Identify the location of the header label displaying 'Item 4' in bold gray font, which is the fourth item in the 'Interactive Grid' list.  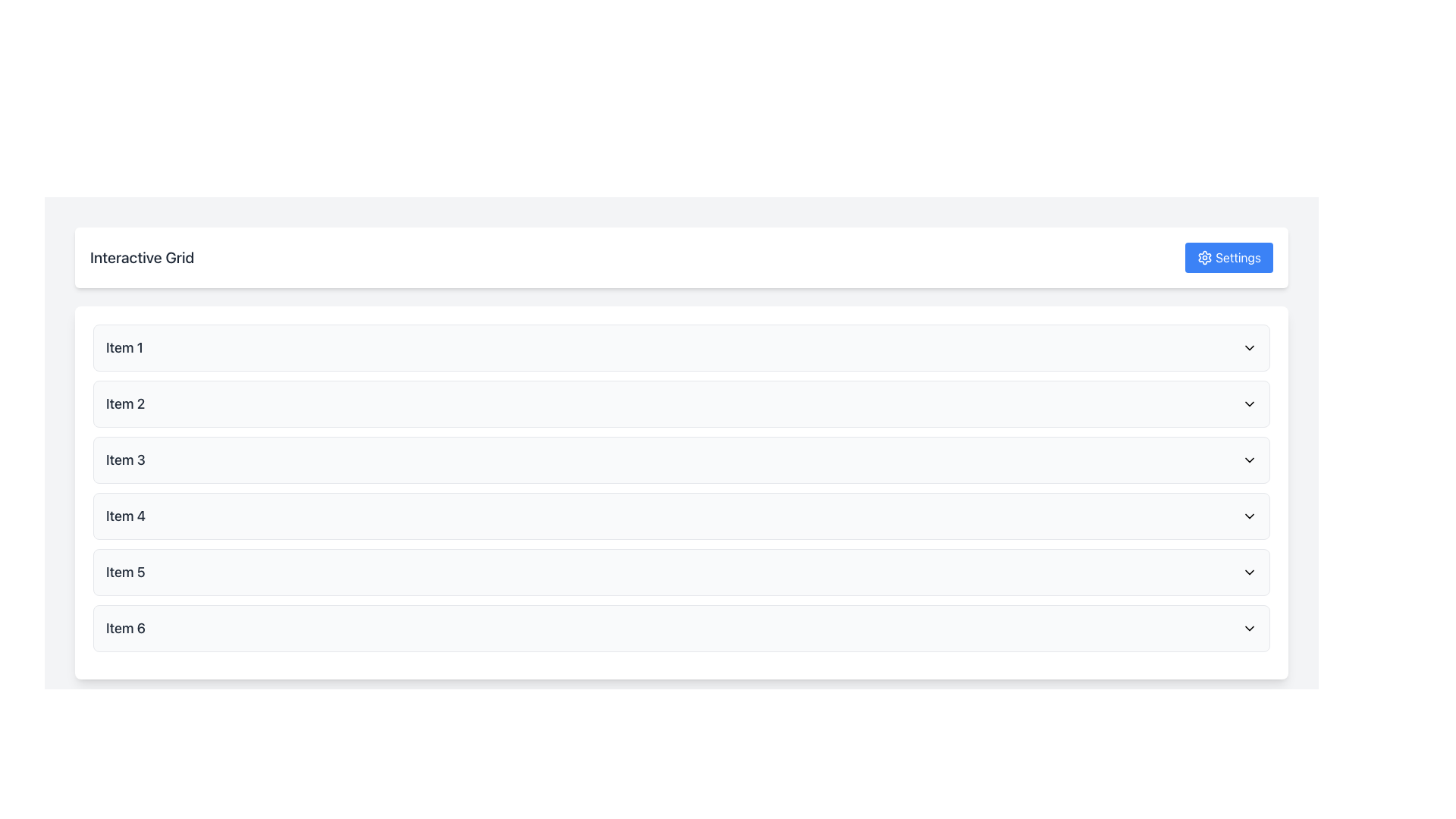
(126, 516).